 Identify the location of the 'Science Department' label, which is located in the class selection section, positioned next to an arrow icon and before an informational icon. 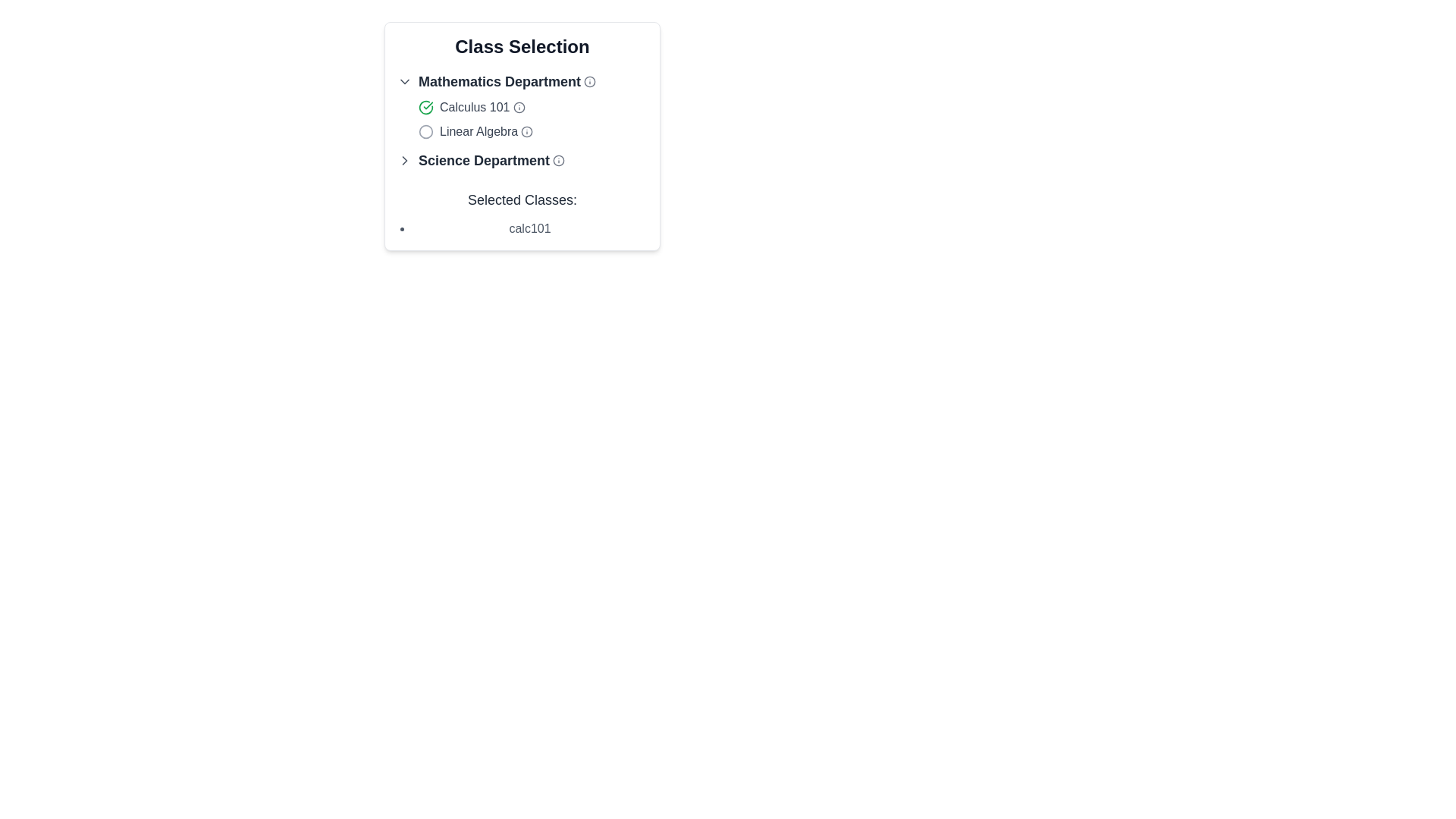
(483, 161).